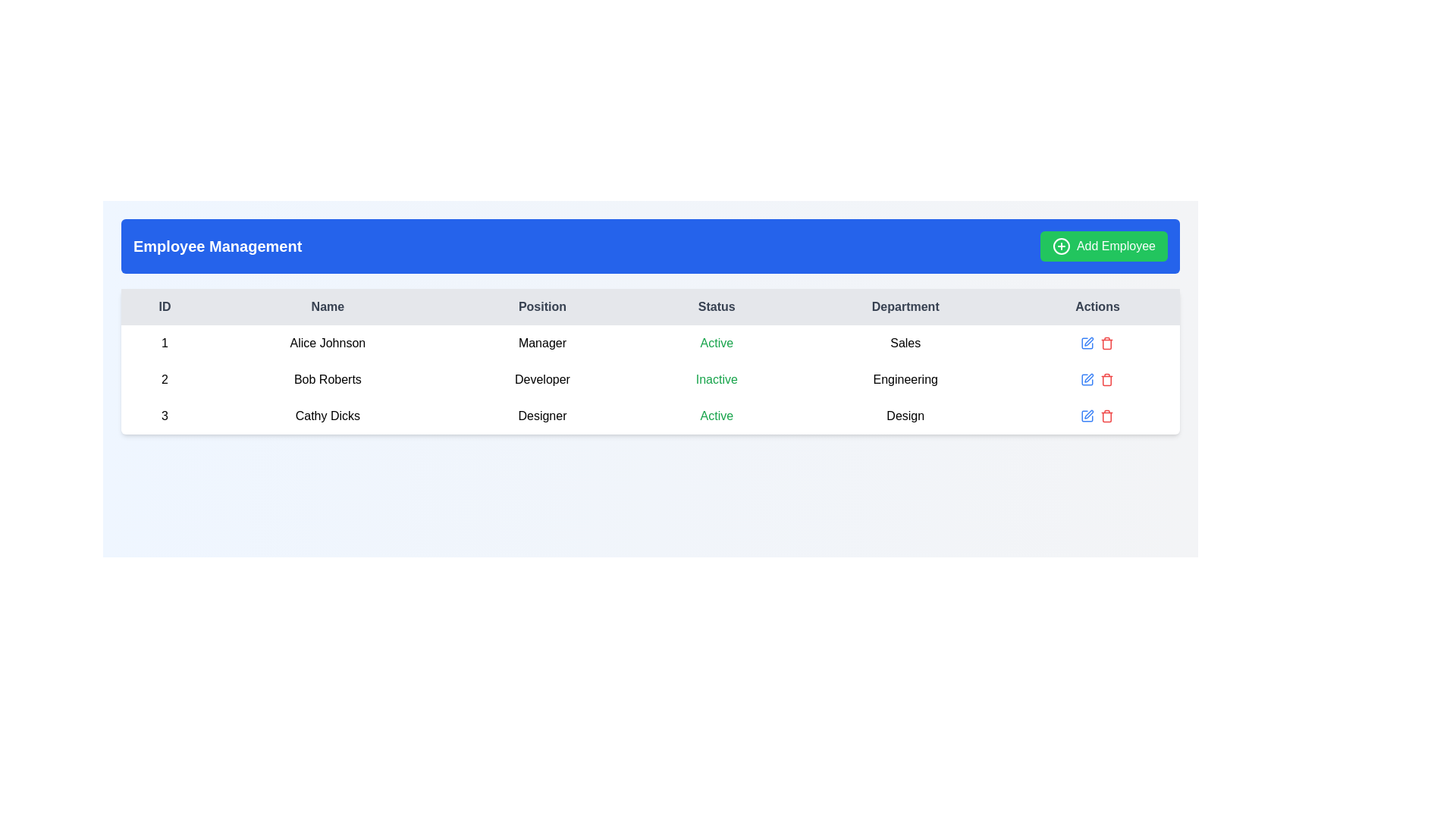  I want to click on the text label element displaying the number '2' in the 'ID' column of the Employee Management table, which is aligned with Bob Roberts' row, so click(165, 379).